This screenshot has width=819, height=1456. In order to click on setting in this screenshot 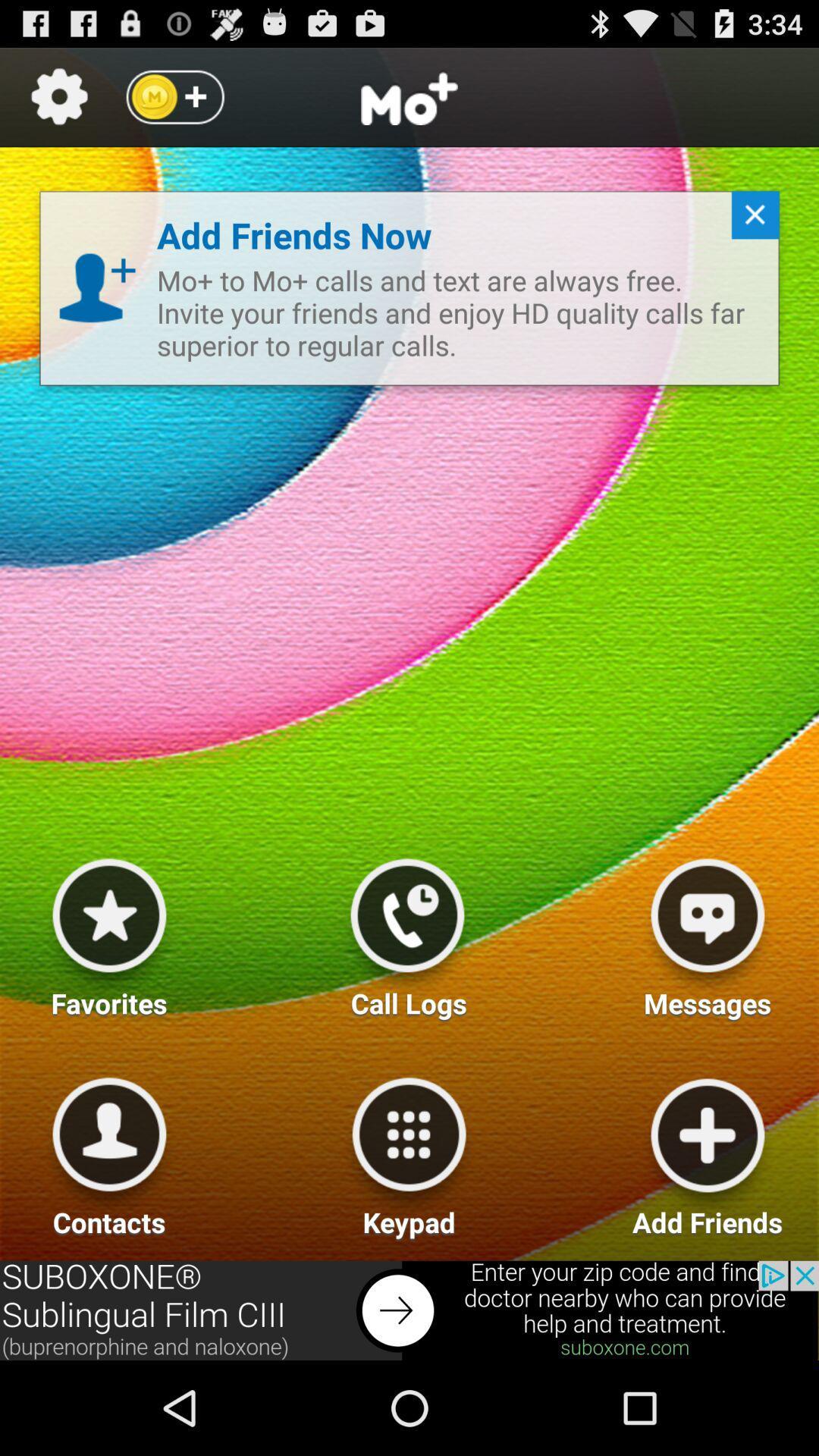, I will do `click(58, 96)`.